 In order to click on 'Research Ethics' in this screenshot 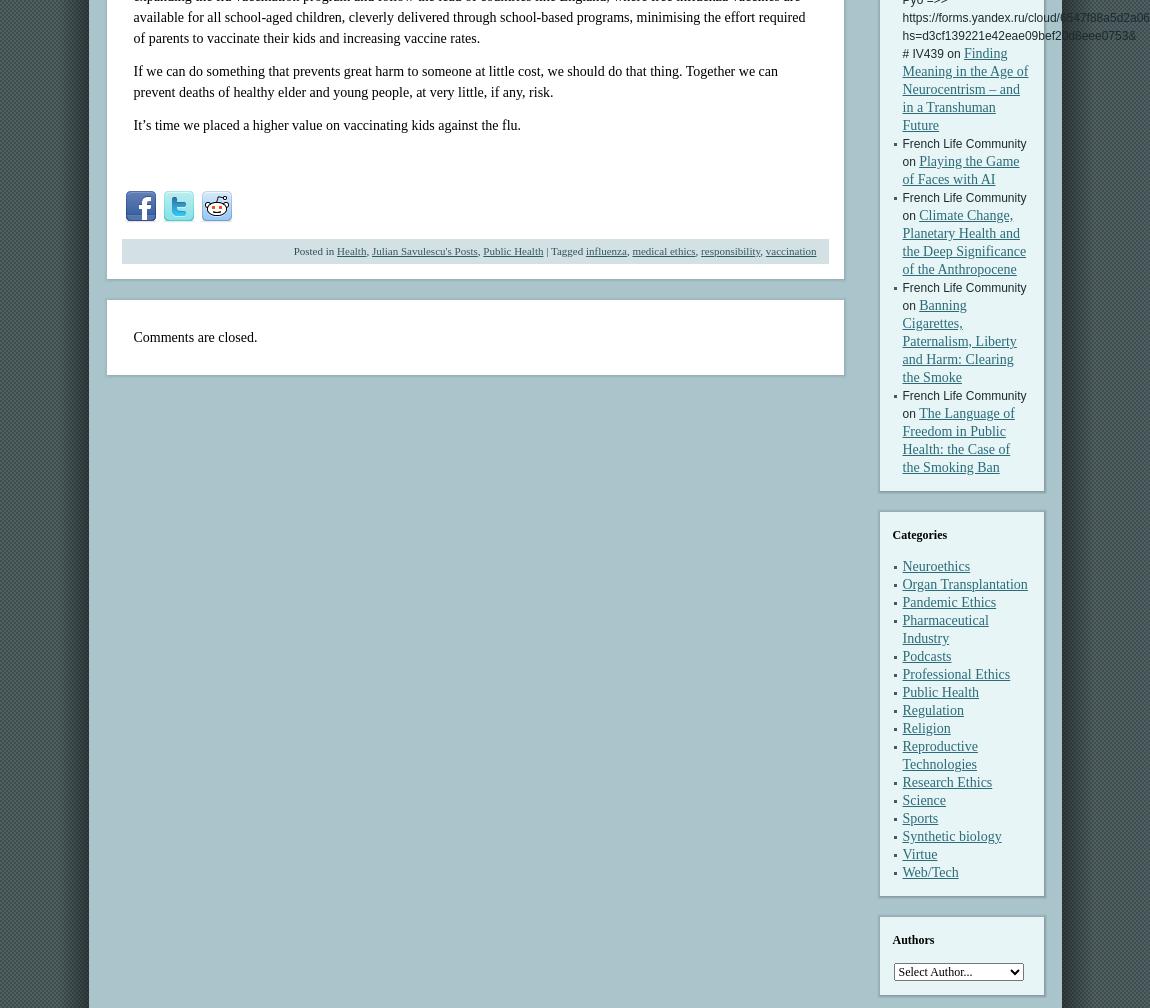, I will do `click(947, 782)`.